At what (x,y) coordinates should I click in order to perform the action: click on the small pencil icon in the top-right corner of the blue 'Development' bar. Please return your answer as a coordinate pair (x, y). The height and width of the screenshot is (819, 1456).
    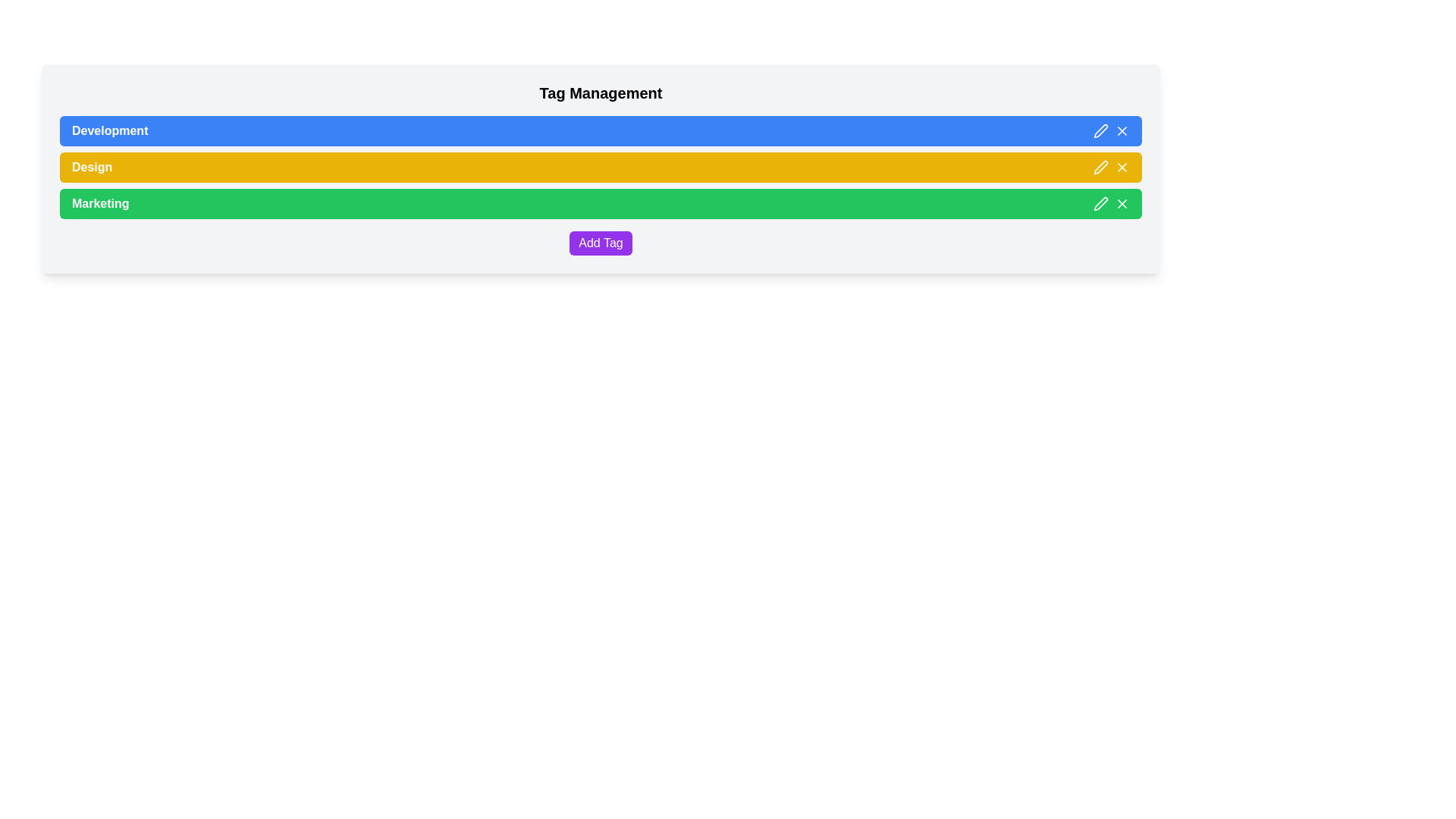
    Looking at the image, I should click on (1100, 130).